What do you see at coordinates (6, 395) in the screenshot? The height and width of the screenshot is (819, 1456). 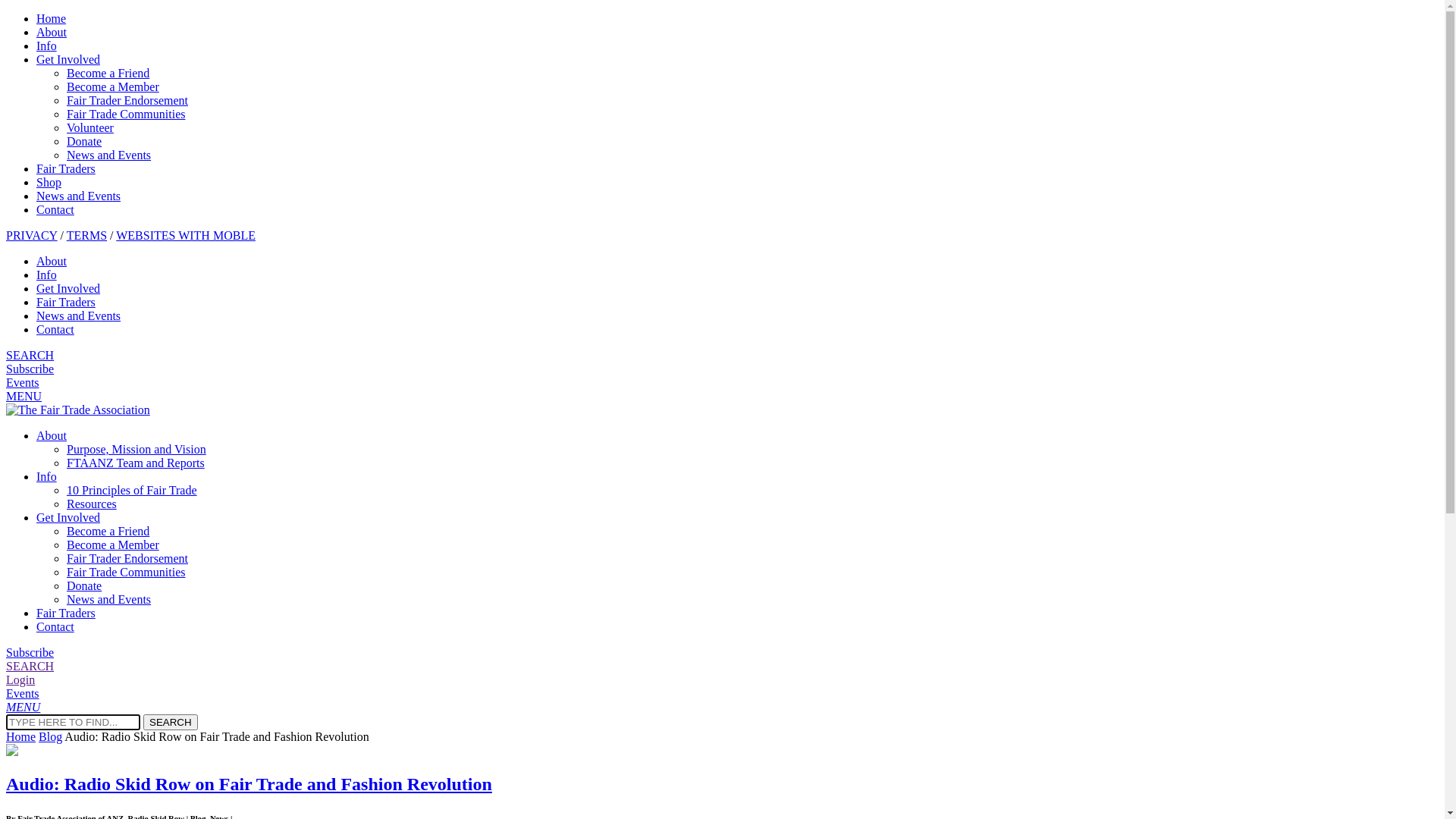 I see `'MENU'` at bounding box center [6, 395].